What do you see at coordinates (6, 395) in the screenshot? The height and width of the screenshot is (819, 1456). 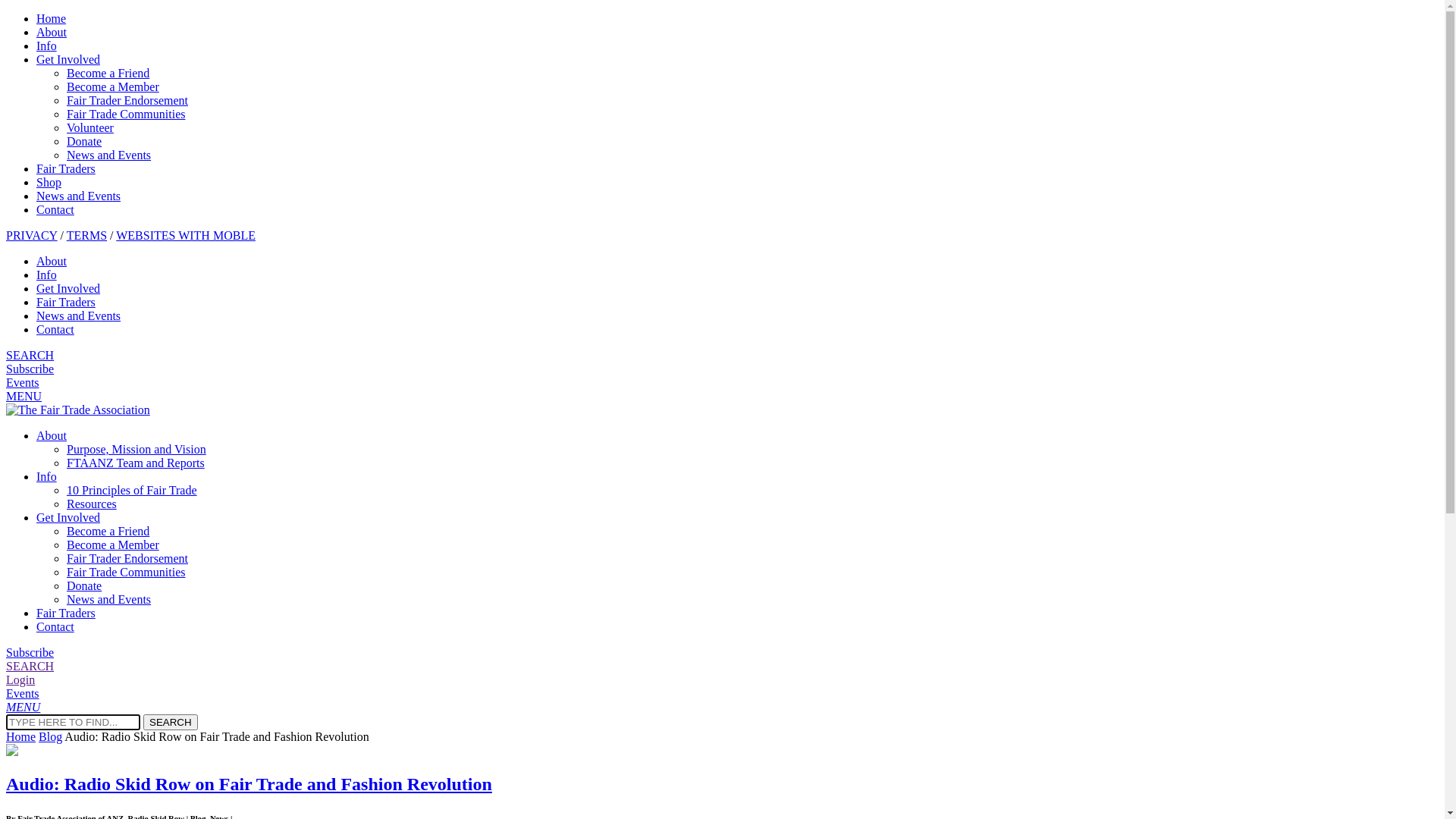 I see `'MENU'` at bounding box center [6, 395].